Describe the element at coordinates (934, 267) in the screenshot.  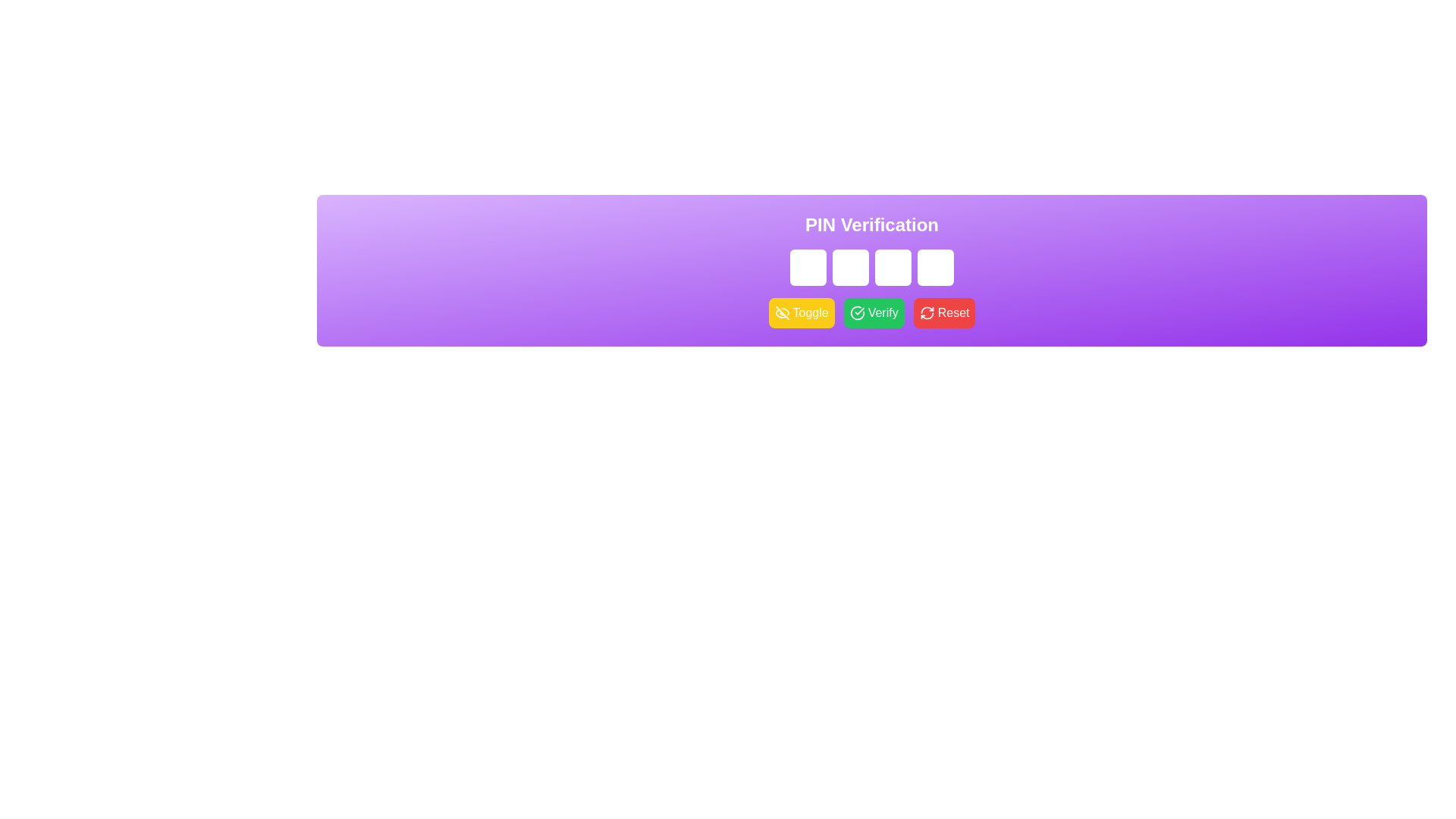
I see `the fourth input field for entering a digit or character in the PIN code, located in the purple gradient section titled 'PIN Verification'` at that location.